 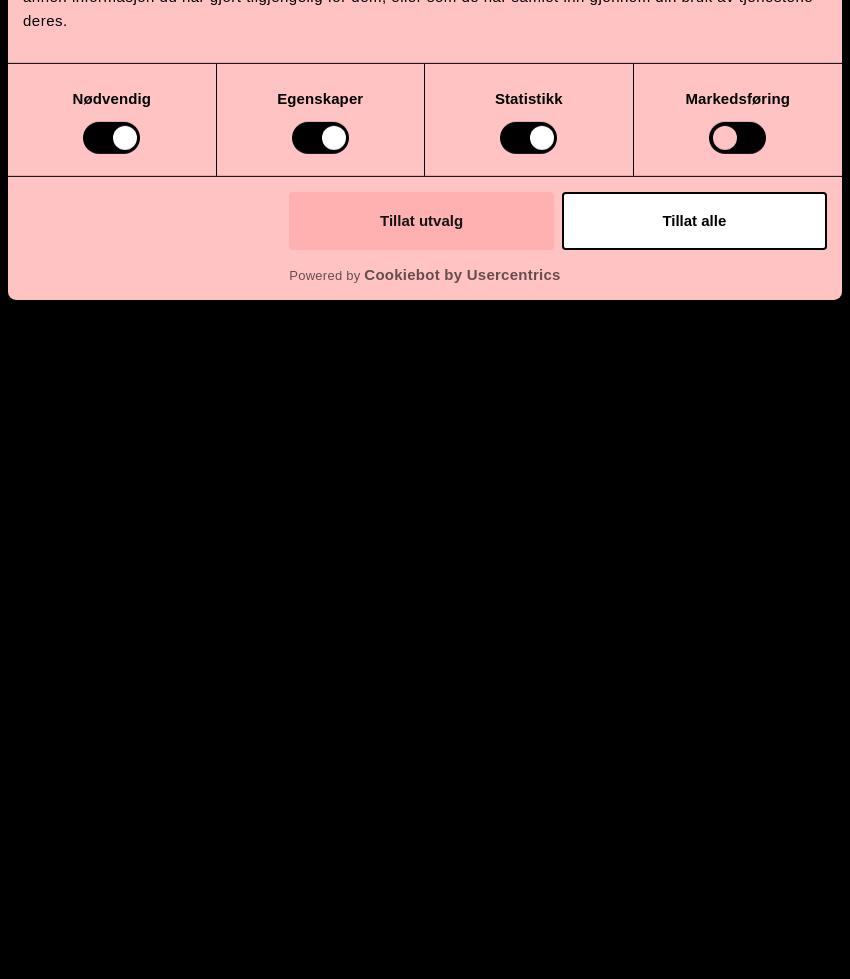 I want to click on 'Nødvendig', so click(x=71, y=97).